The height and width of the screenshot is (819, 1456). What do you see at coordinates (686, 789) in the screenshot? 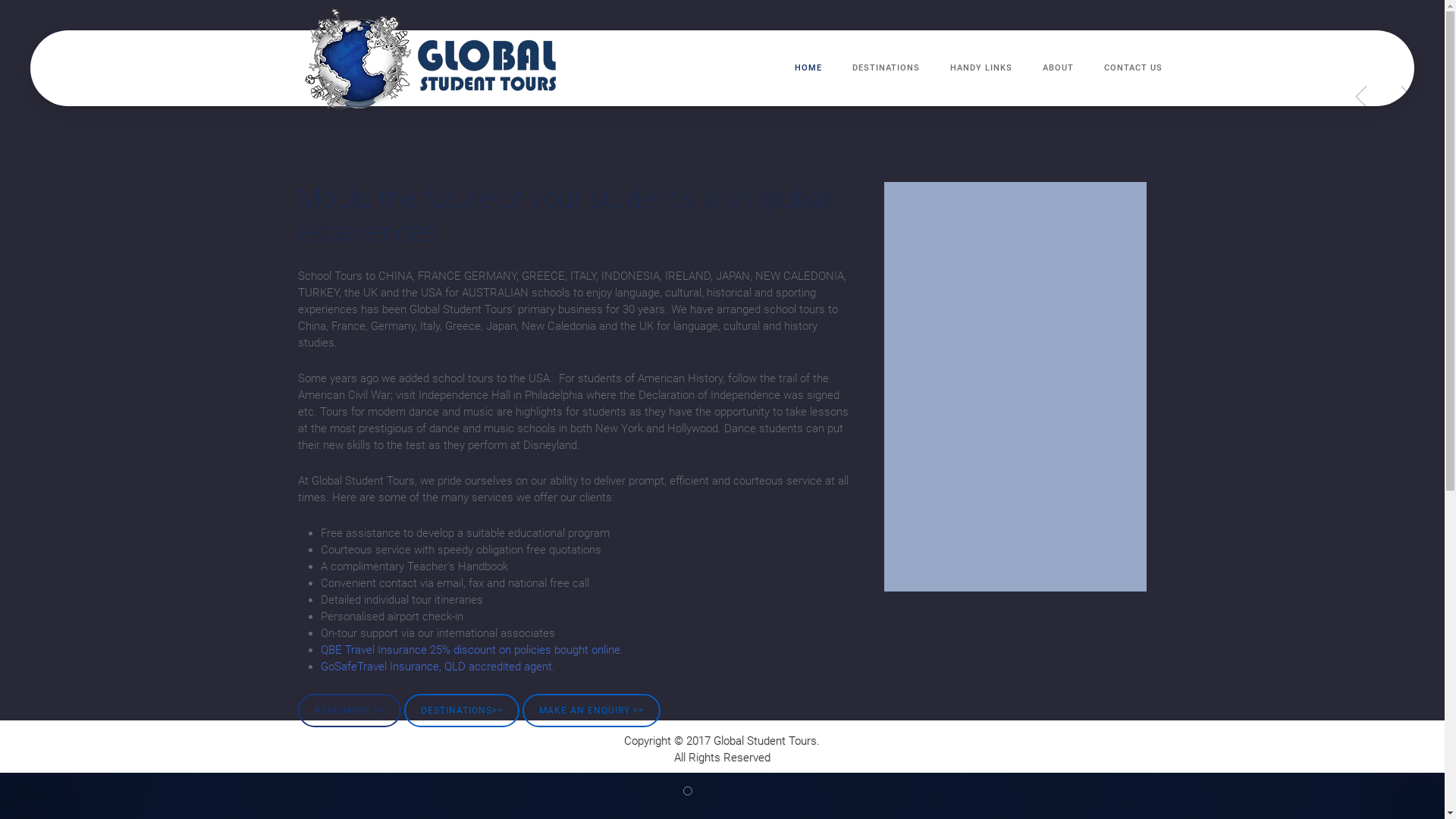
I see `'Student Tours Greece'` at bounding box center [686, 789].